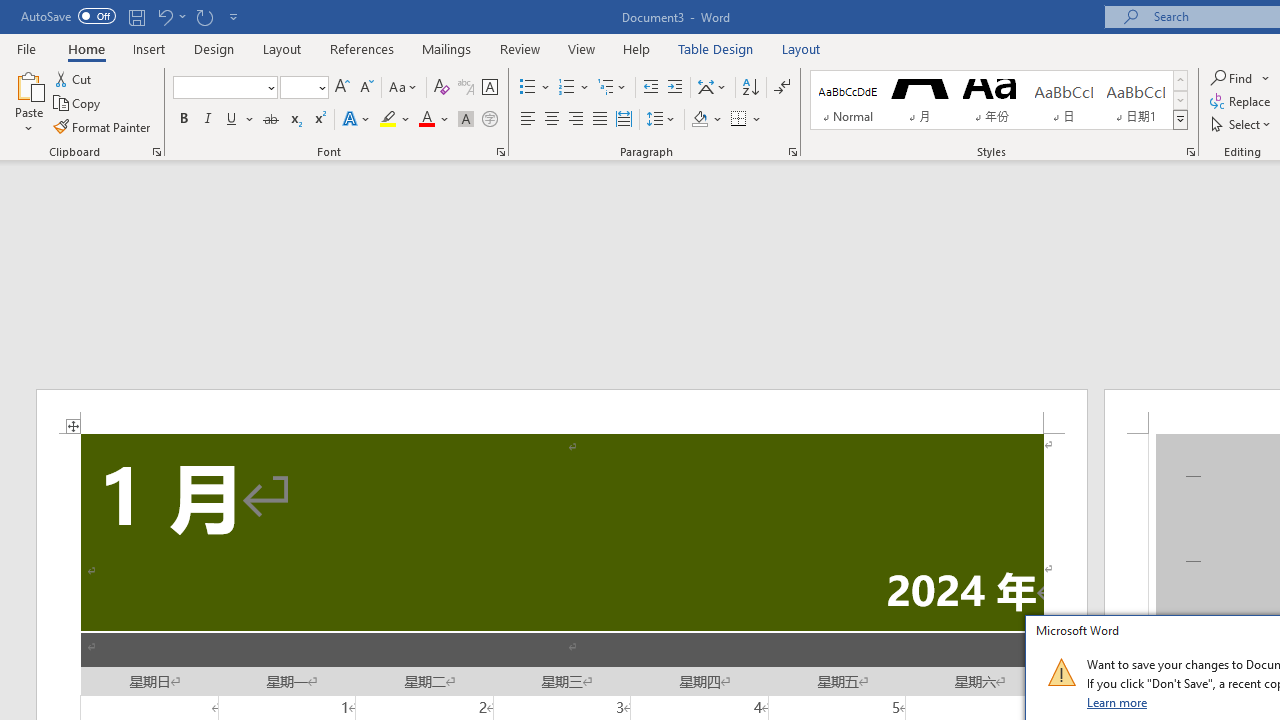 The image size is (1280, 720). I want to click on 'Office Clipboard...', so click(155, 150).